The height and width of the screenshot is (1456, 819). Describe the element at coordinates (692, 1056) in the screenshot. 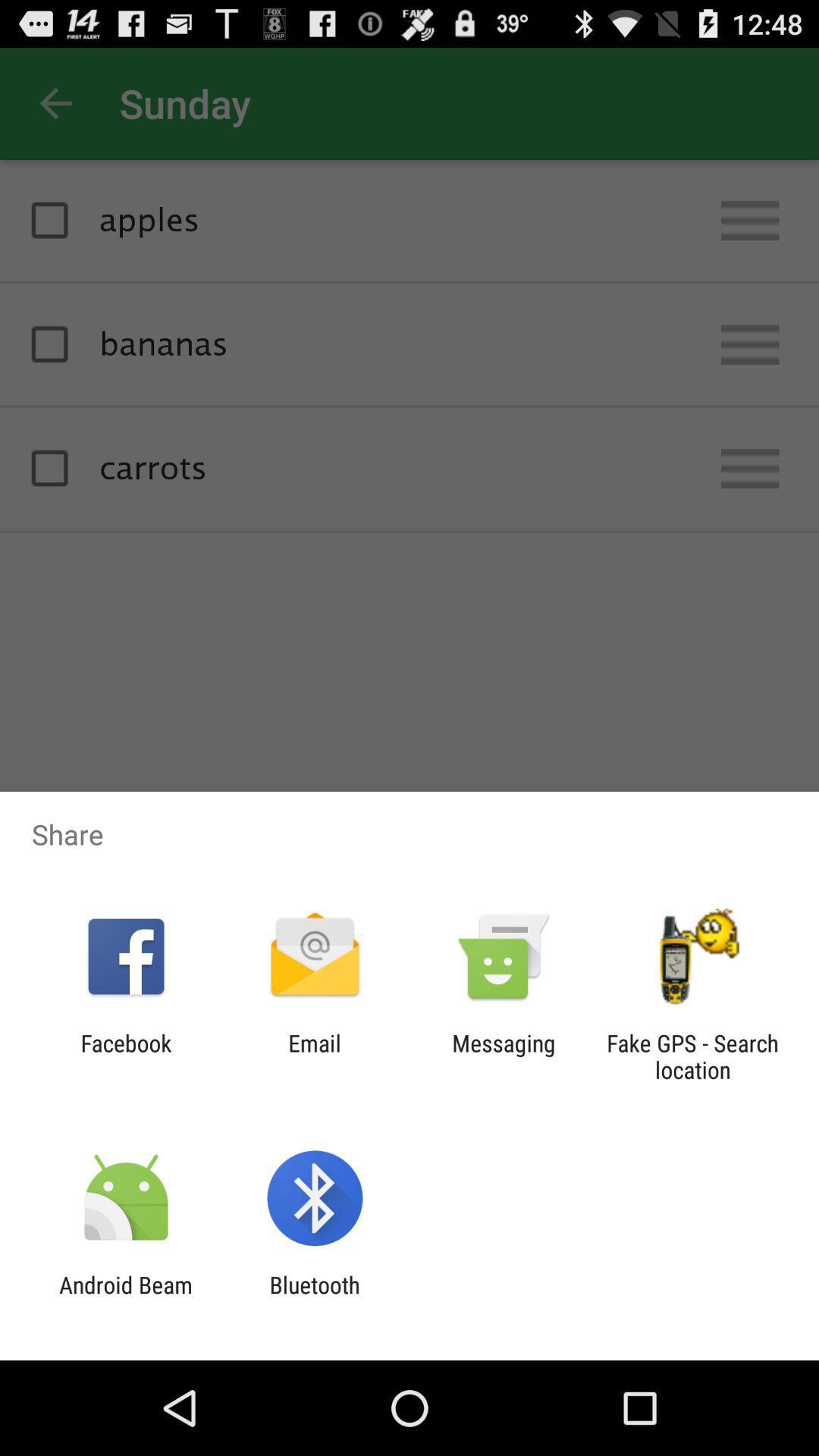

I see `icon to the right of the messaging item` at that location.